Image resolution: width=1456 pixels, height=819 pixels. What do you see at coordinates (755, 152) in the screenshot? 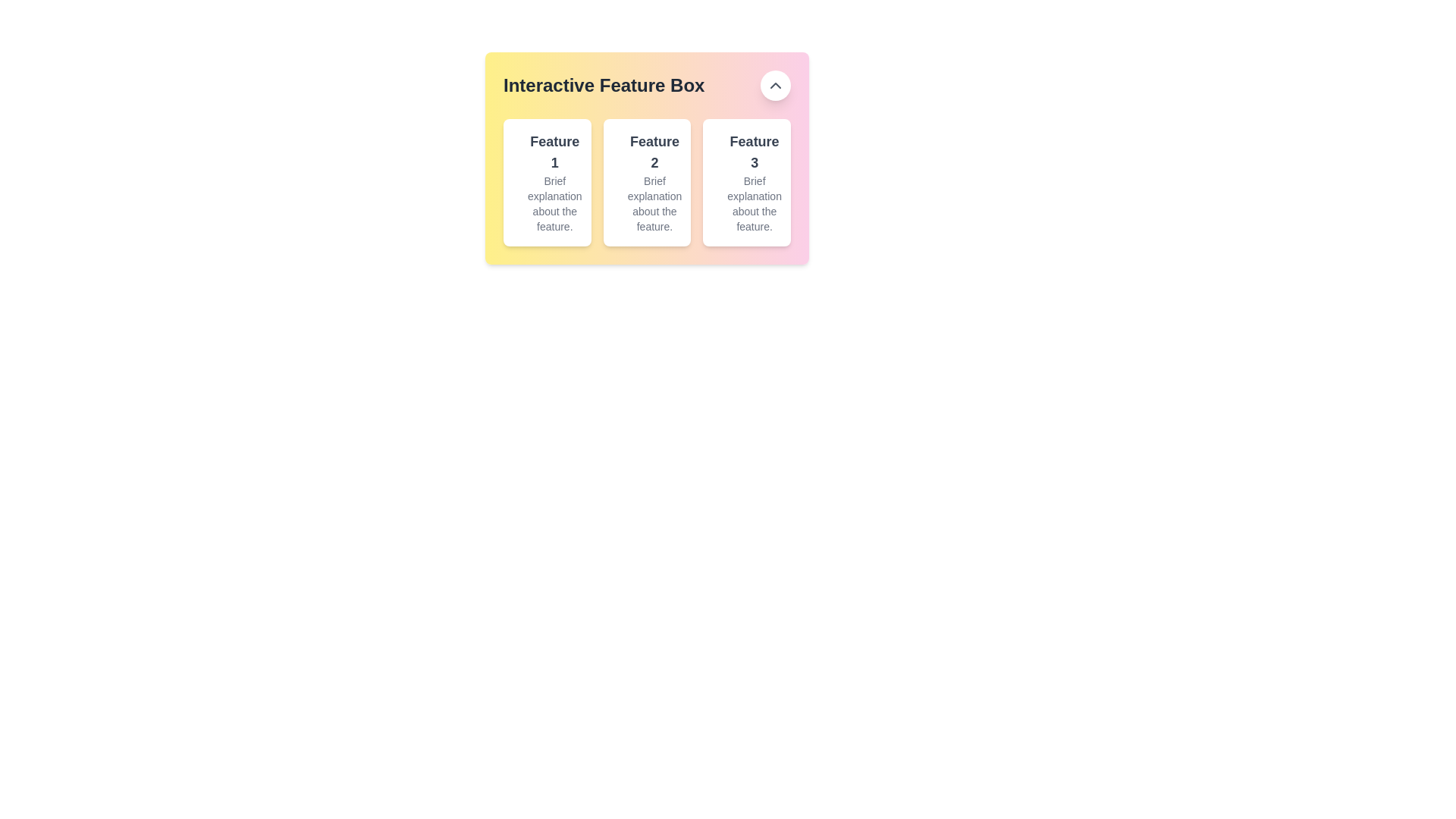
I see `the text label titled 'Feature 3', which is displayed in bold dark gray font within the third feature box of the 'Interactive Feature Box' section` at bounding box center [755, 152].